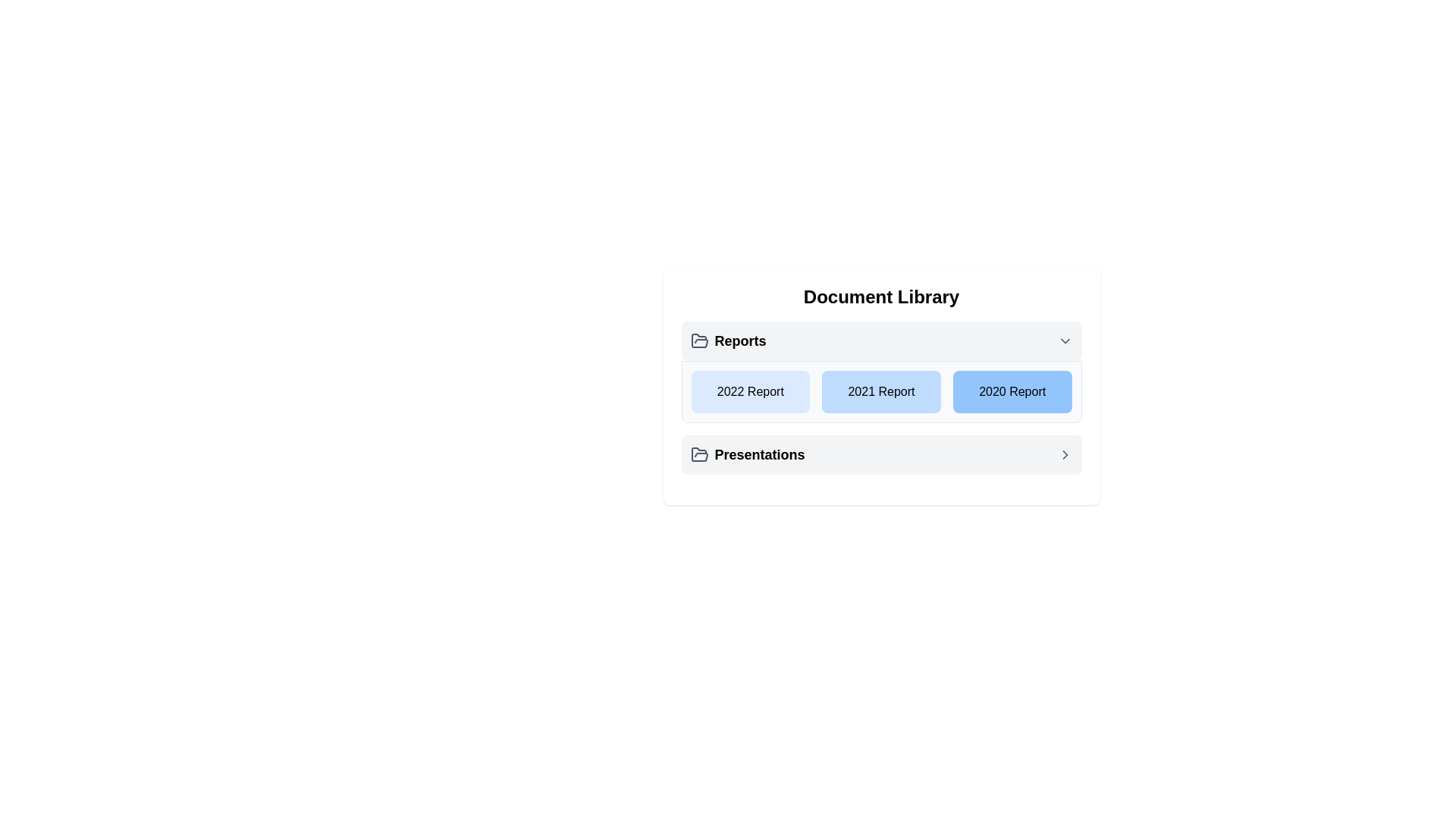 The height and width of the screenshot is (819, 1456). I want to click on label of the Header Text labeled 'Document Library', which is styled in bold and located centrally at the top of its enclosing card, so click(881, 297).